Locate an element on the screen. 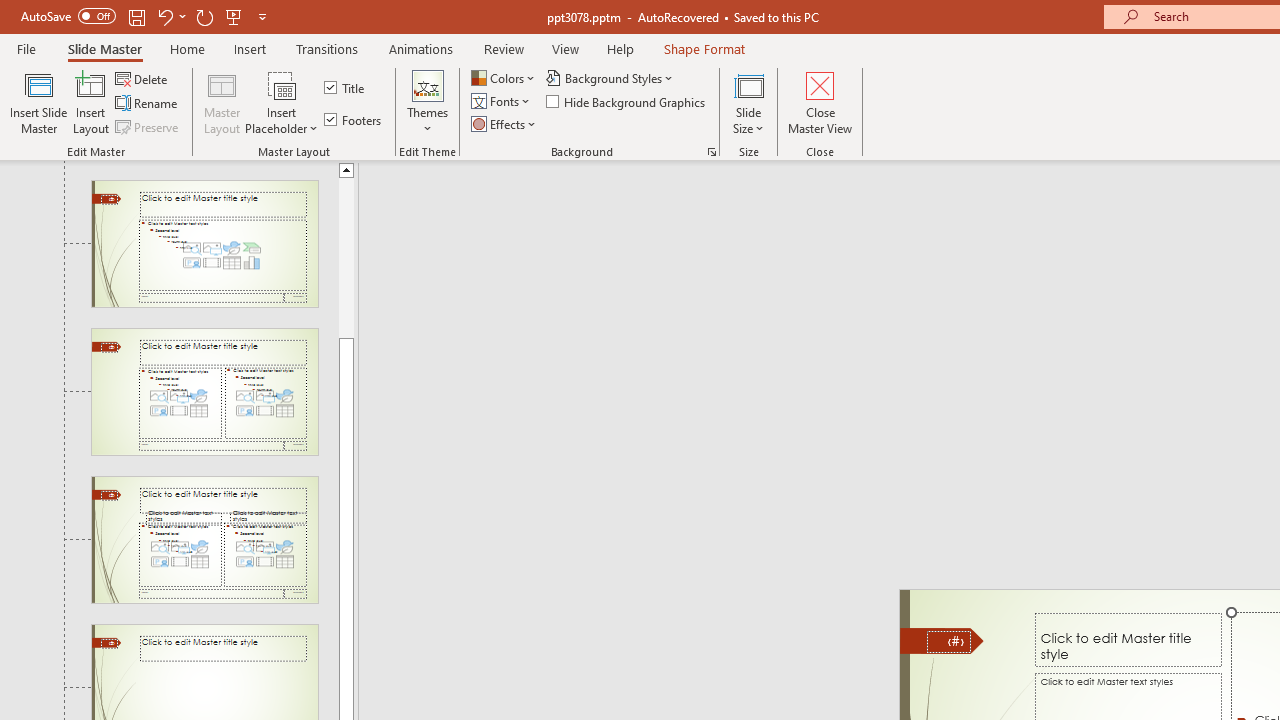 The image size is (1280, 720). 'Home' is located at coordinates (187, 48).